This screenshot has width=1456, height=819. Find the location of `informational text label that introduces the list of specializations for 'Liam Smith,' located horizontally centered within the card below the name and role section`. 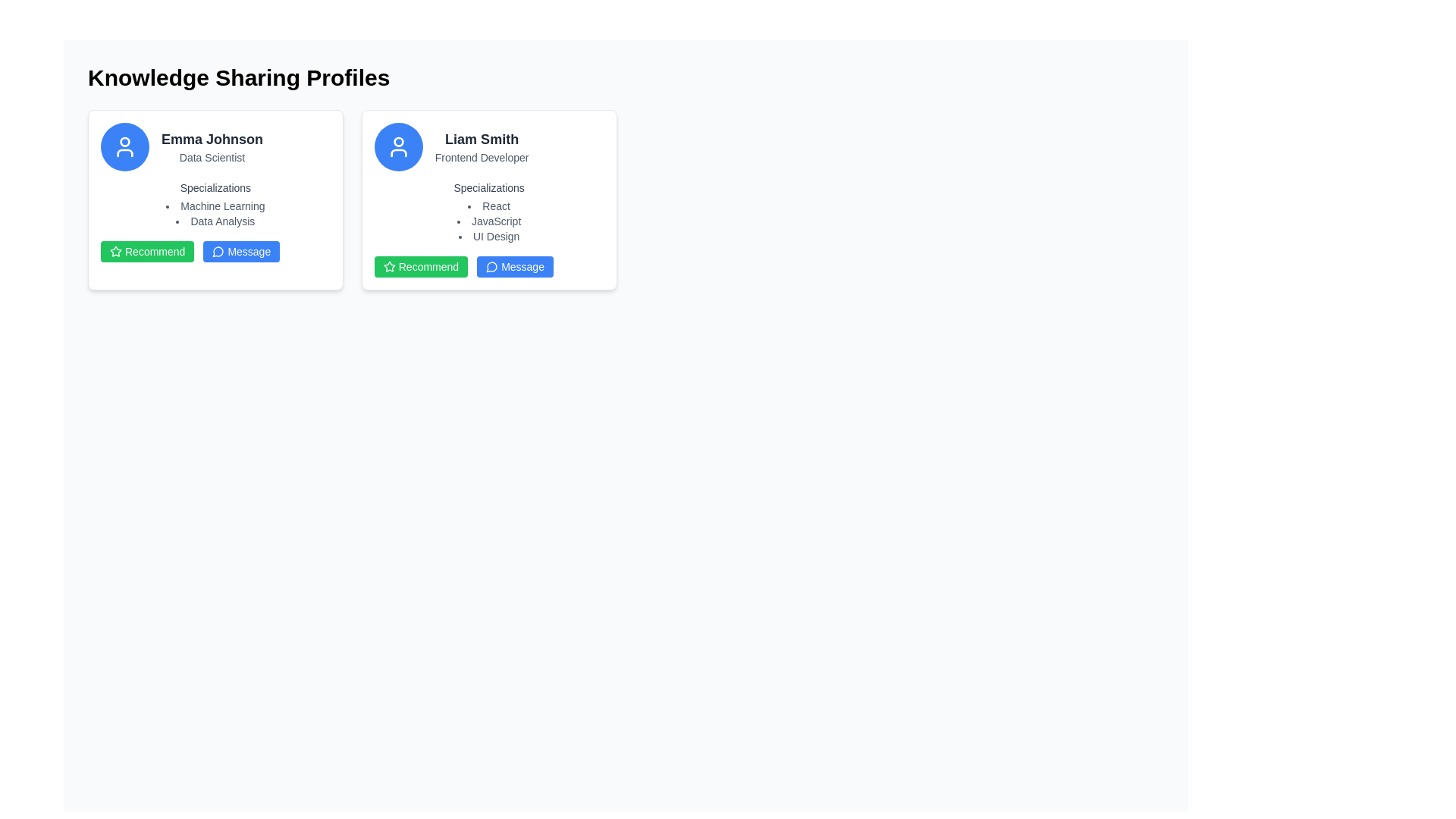

informational text label that introduces the list of specializations for 'Liam Smith,' located horizontally centered within the card below the name and role section is located at coordinates (489, 187).